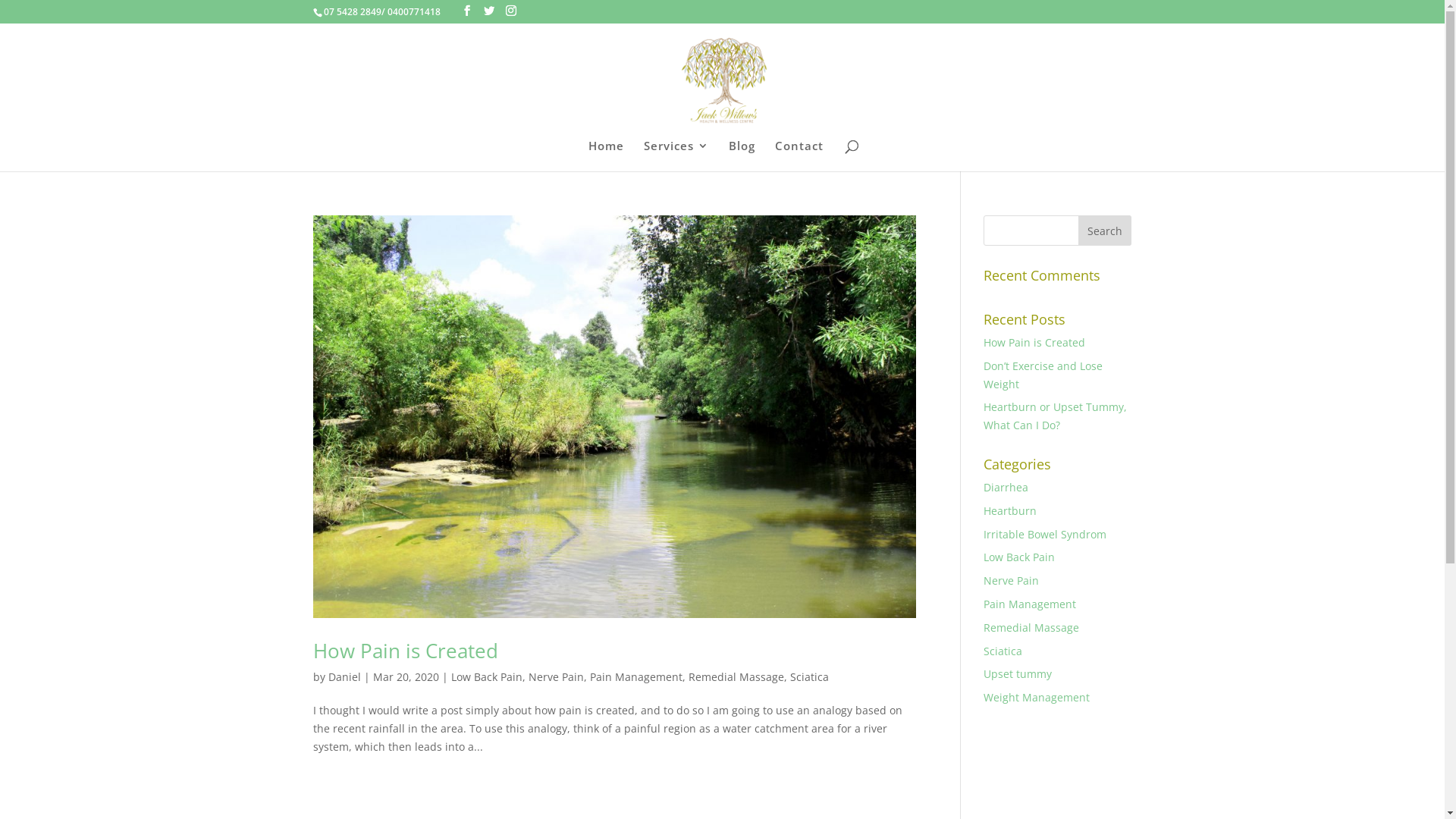  Describe the element at coordinates (675, 155) in the screenshot. I see `'Services'` at that location.